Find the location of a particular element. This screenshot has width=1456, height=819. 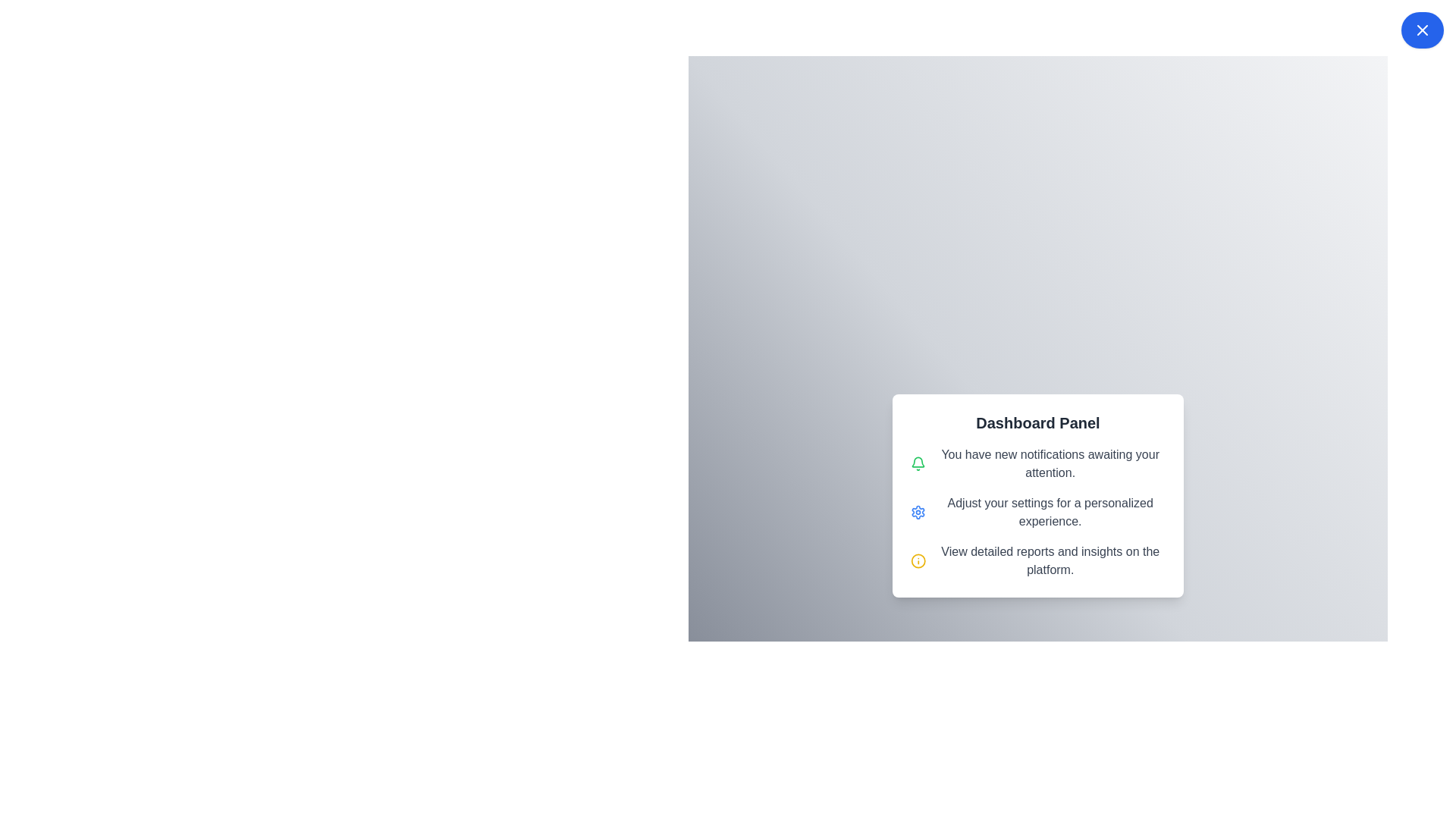

notification text from the Notification Indicator located directly under the 'Dashboard Panel' heading, which is the first element in a vertically stacked list is located at coordinates (1037, 463).